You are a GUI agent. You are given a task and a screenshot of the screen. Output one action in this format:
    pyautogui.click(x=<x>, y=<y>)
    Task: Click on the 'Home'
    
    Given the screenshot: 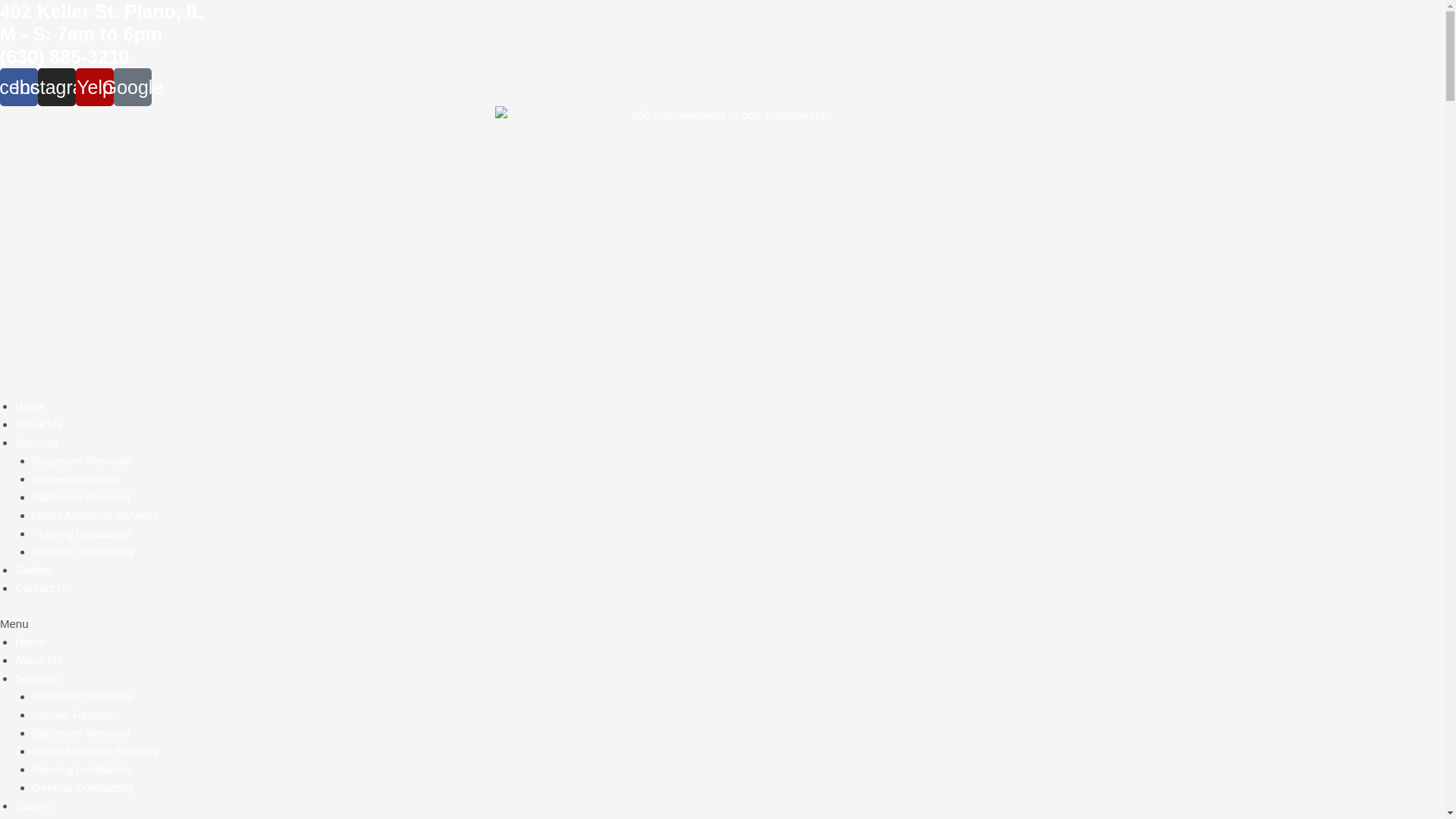 What is the action you would take?
    pyautogui.click(x=30, y=405)
    